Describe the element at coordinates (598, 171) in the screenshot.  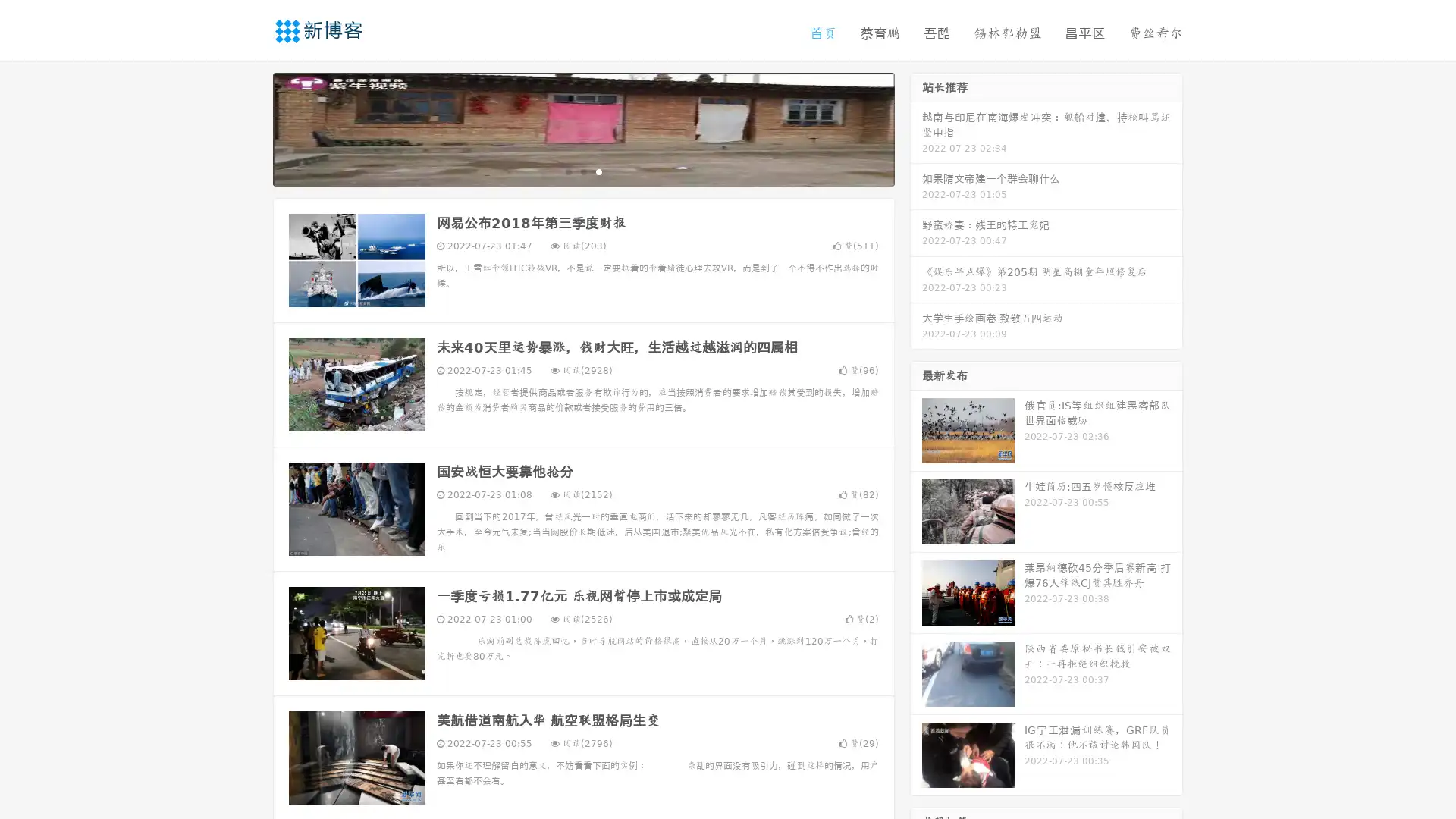
I see `Go to slide 3` at that location.